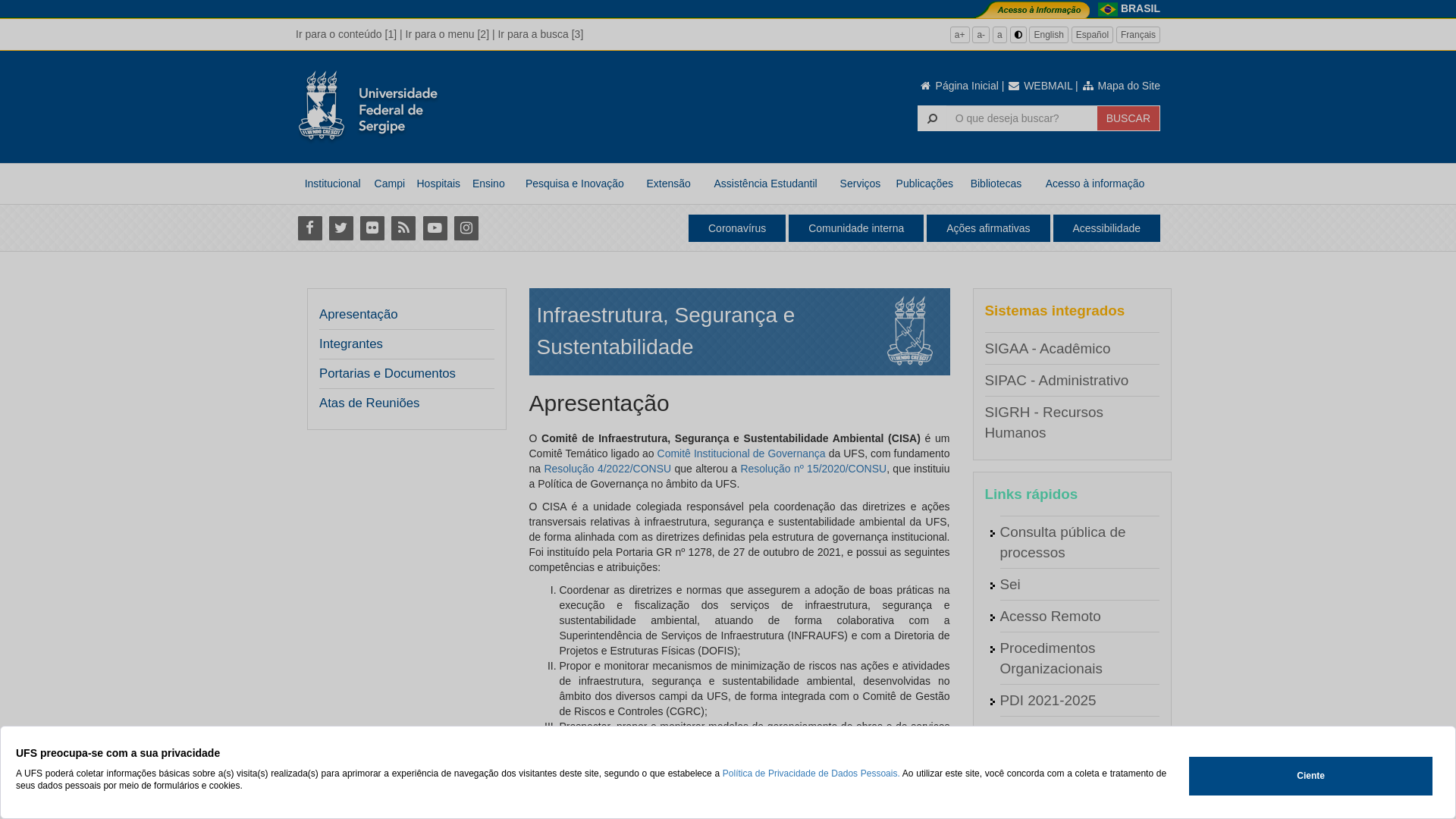 Image resolution: width=1456 pixels, height=819 pixels. I want to click on 'a+', so click(959, 34).